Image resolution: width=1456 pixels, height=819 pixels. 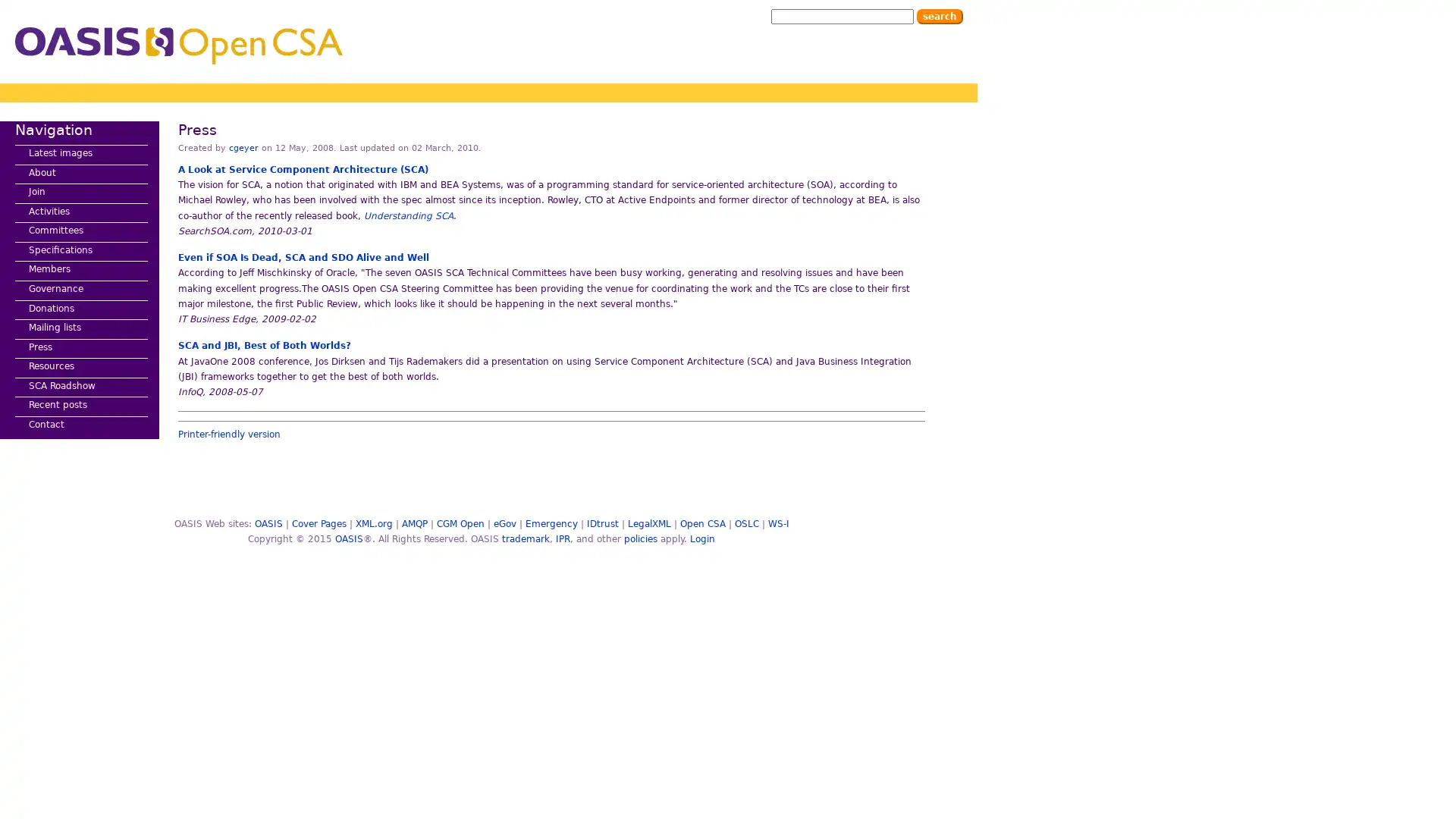 What do you see at coordinates (939, 17) in the screenshot?
I see `Search` at bounding box center [939, 17].